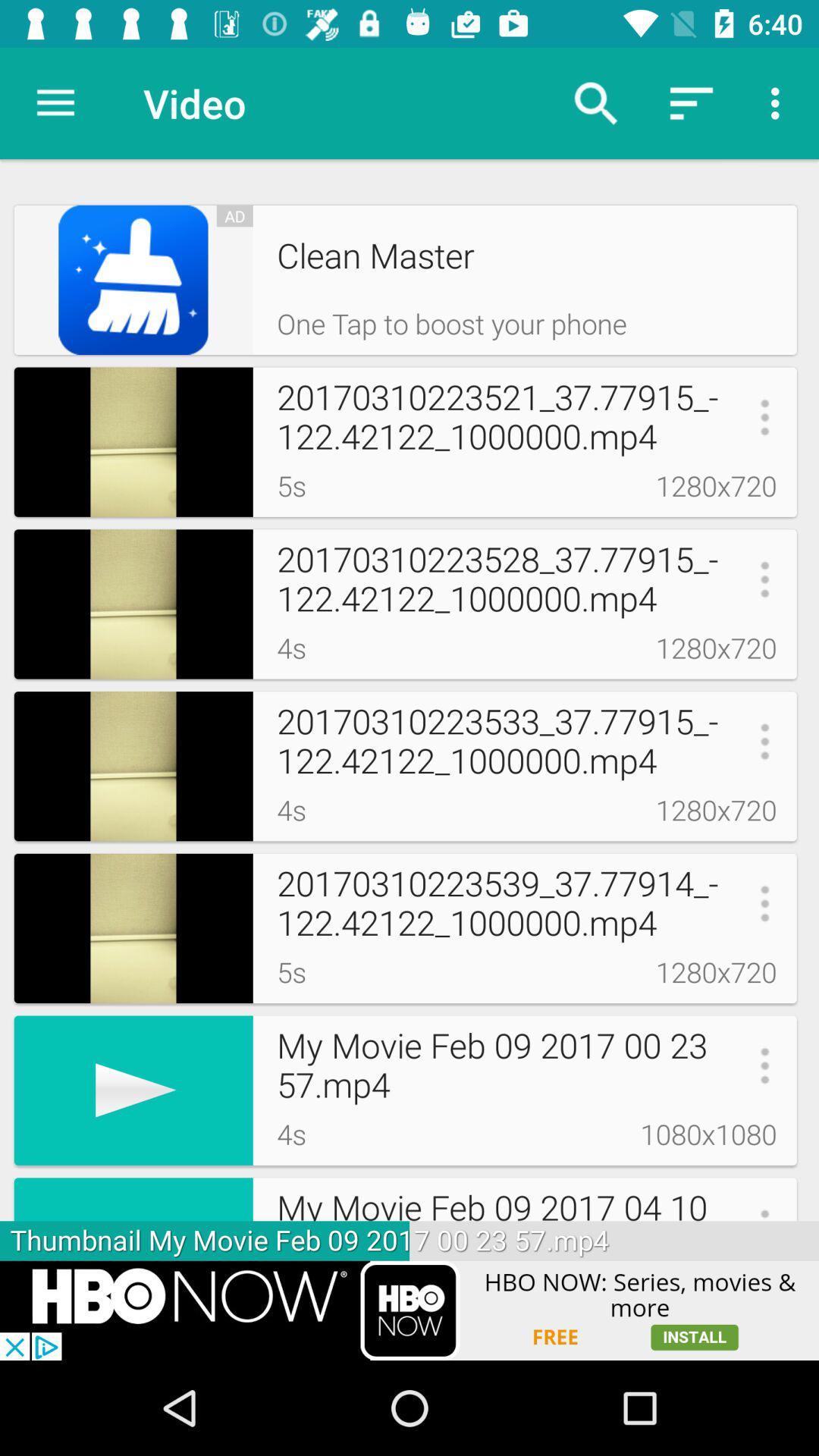 The height and width of the screenshot is (1456, 819). I want to click on open advertisement, so click(409, 1310).